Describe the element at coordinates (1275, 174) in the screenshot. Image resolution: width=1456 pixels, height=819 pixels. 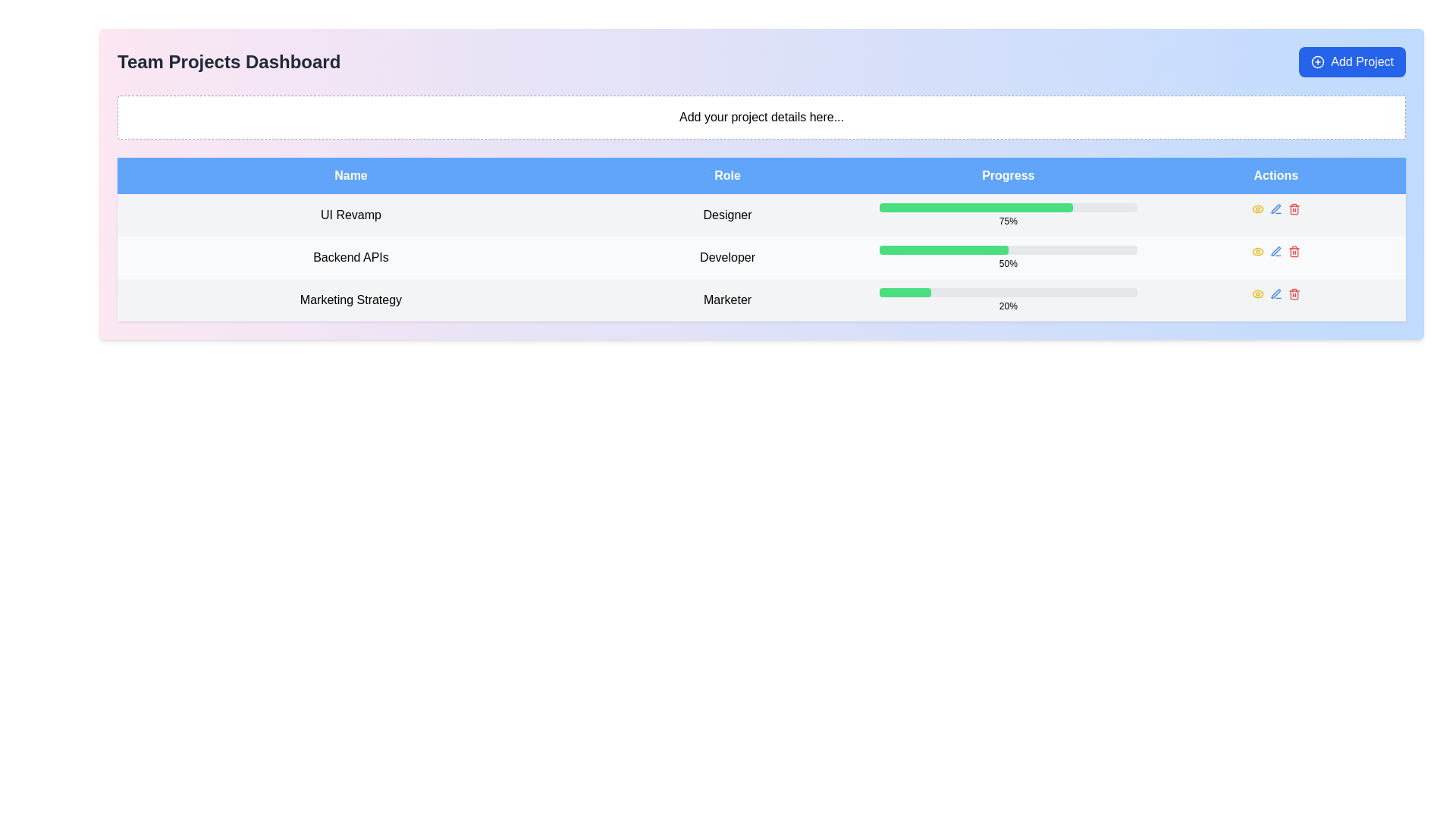
I see `the 'Actions' column header in the table, which is the fourth element in the row of headers labeled 'Name', 'Role', 'Progress', and 'Actions'` at that location.